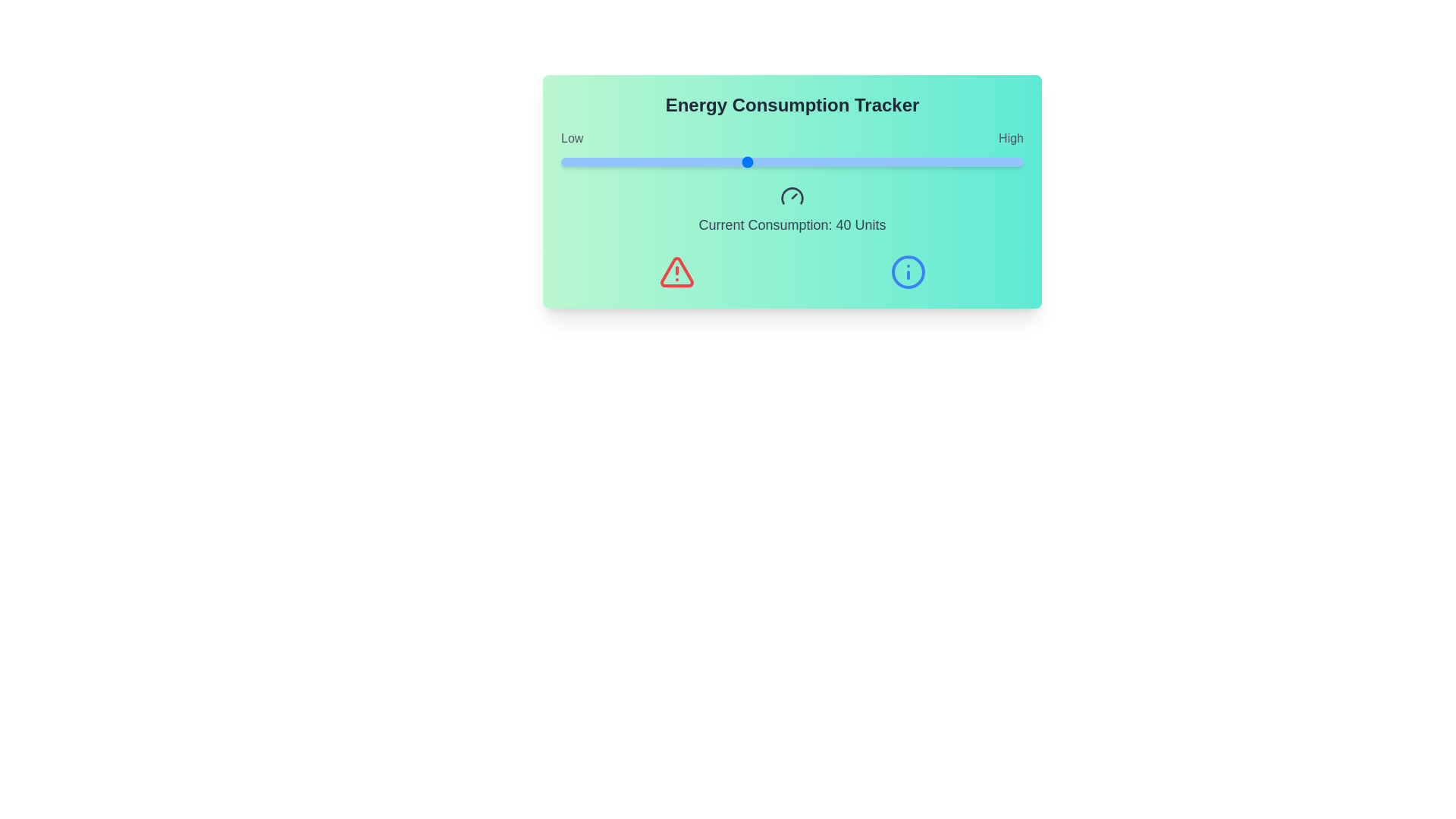  Describe the element at coordinates (745, 162) in the screenshot. I see `the energy consumption slider to 40 units` at that location.